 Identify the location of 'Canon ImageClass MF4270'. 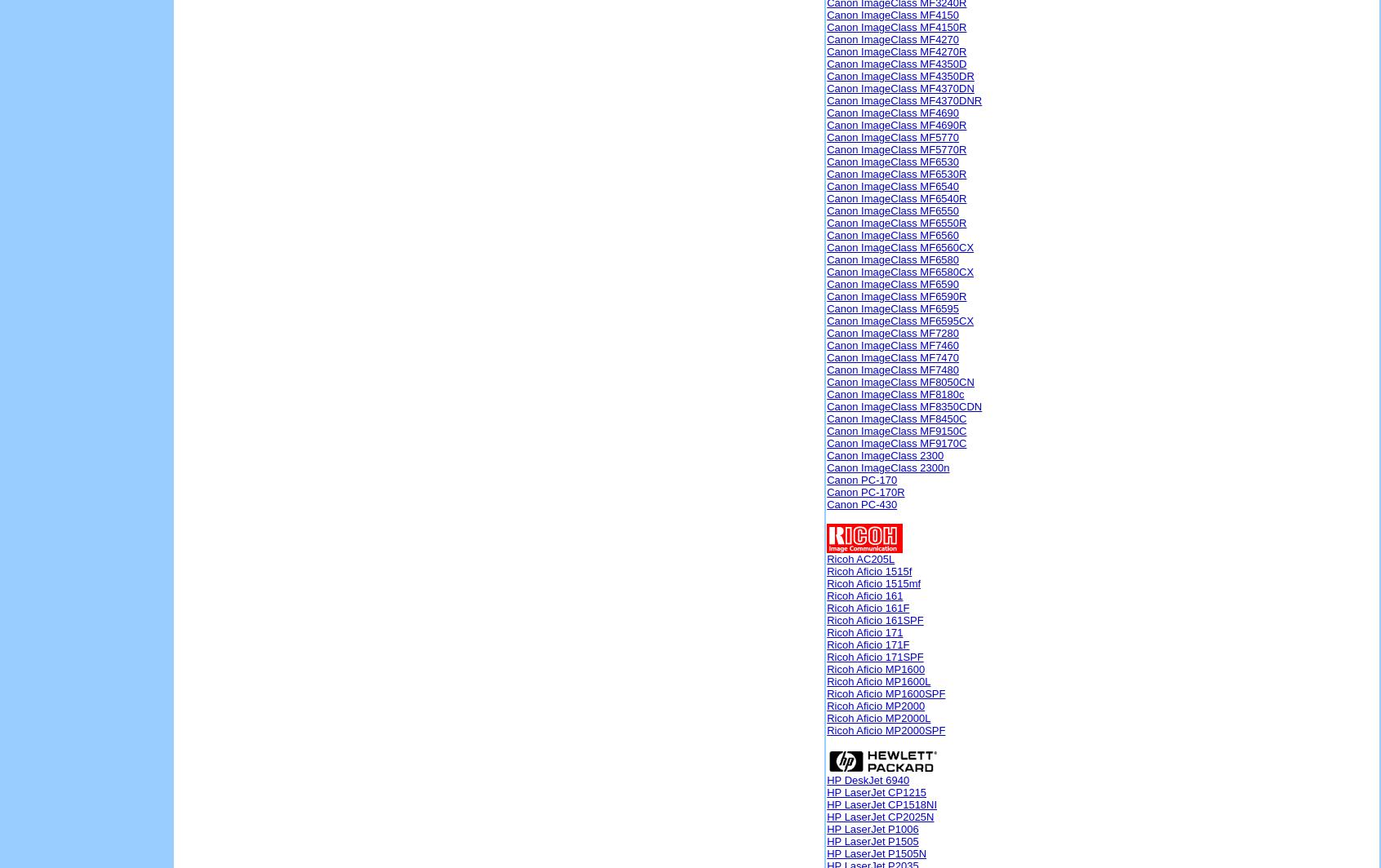
(893, 39).